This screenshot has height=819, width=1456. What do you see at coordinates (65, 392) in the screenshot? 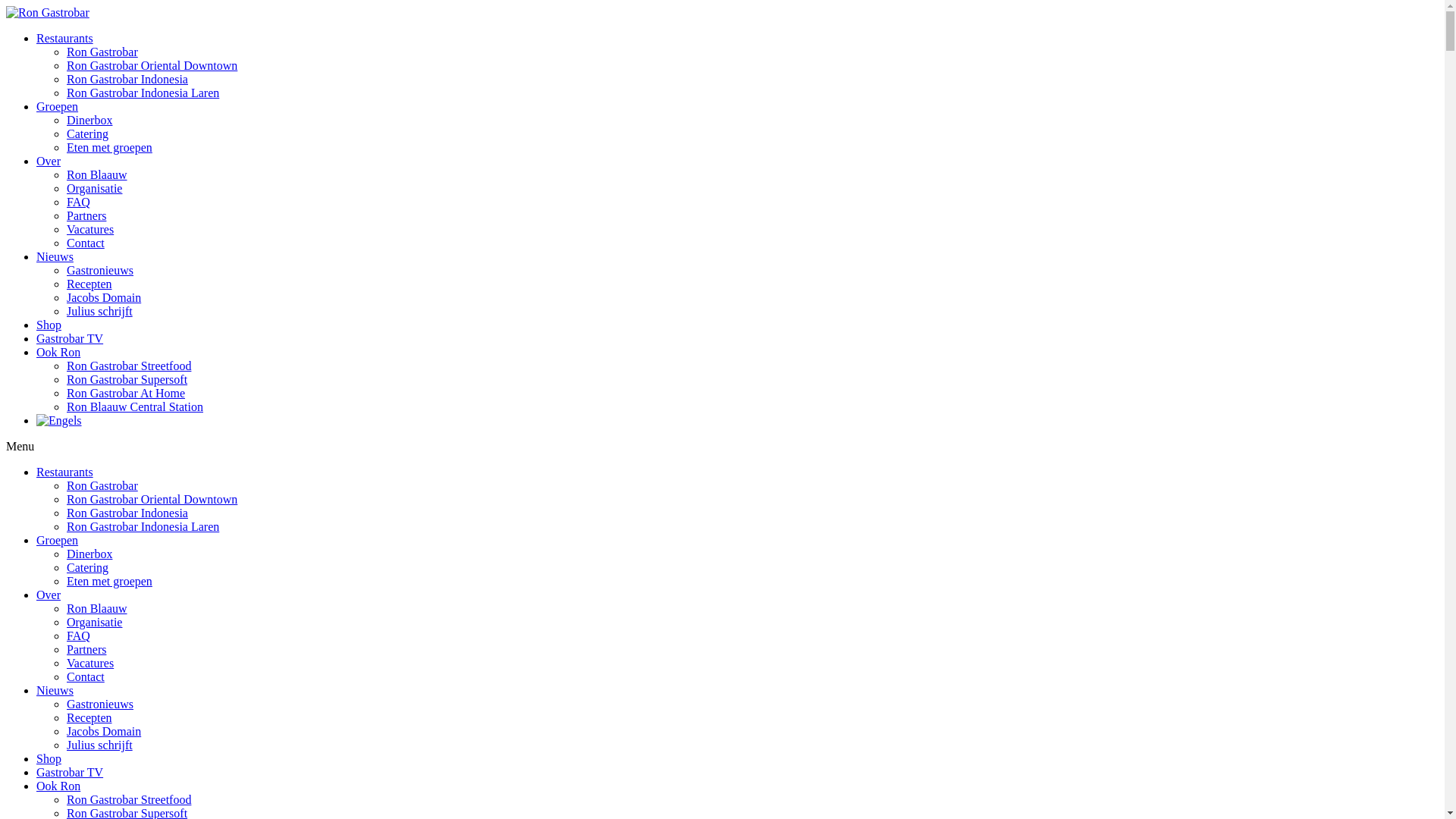
I see `'Ron Gastrobar At Home'` at bounding box center [65, 392].